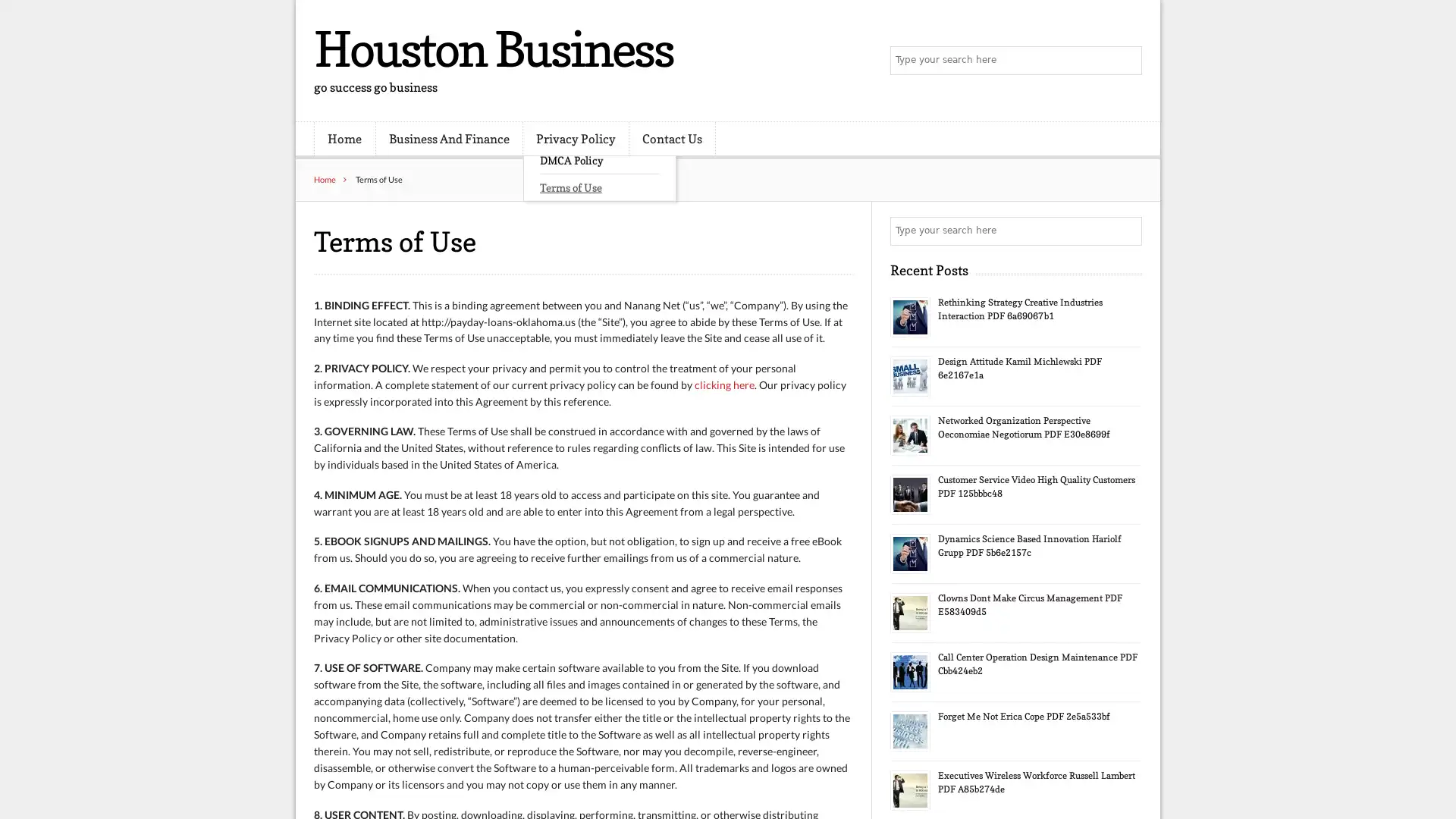 This screenshot has width=1456, height=819. Describe the element at coordinates (1126, 231) in the screenshot. I see `Search` at that location.